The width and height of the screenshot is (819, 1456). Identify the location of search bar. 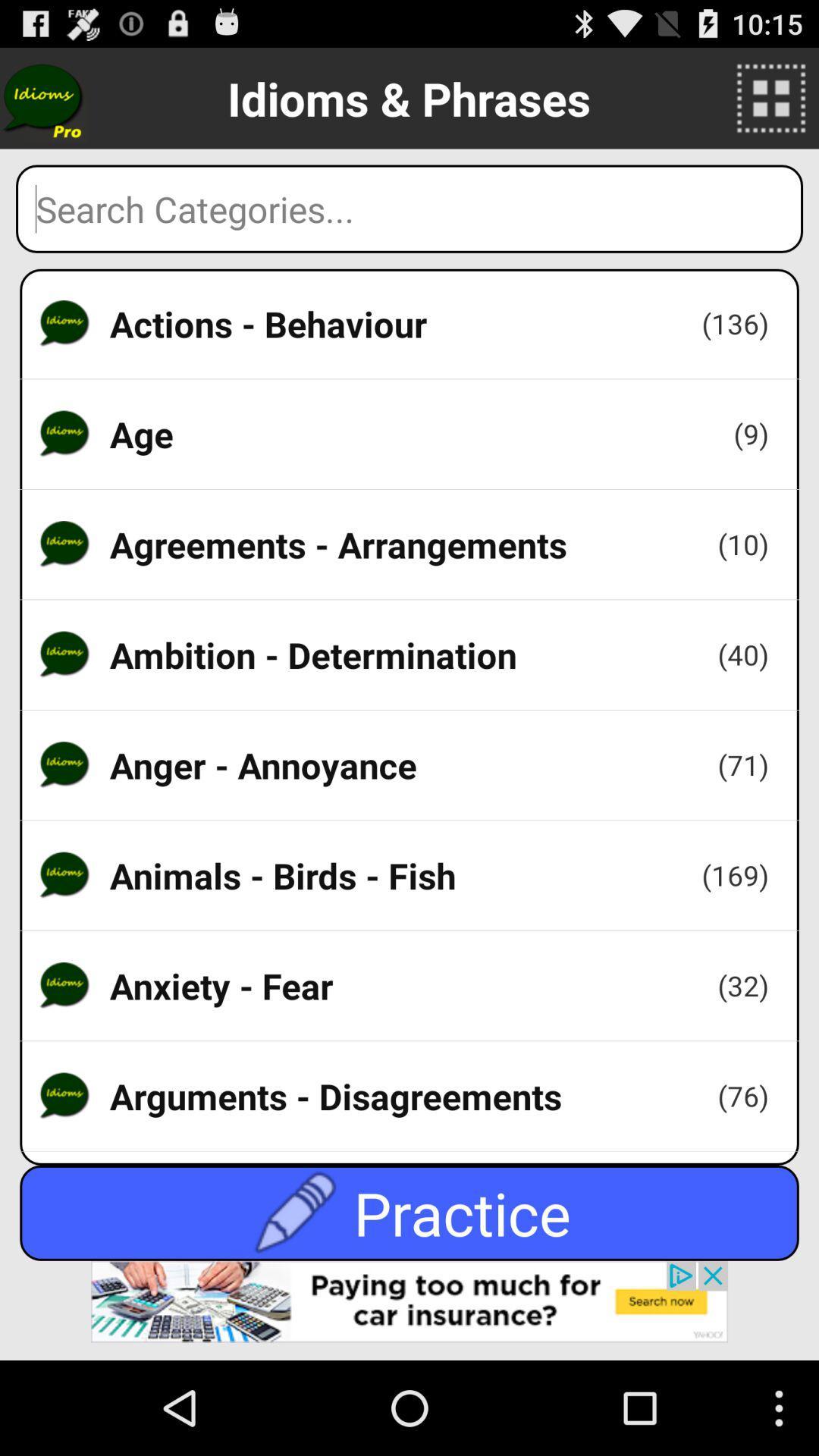
(409, 208).